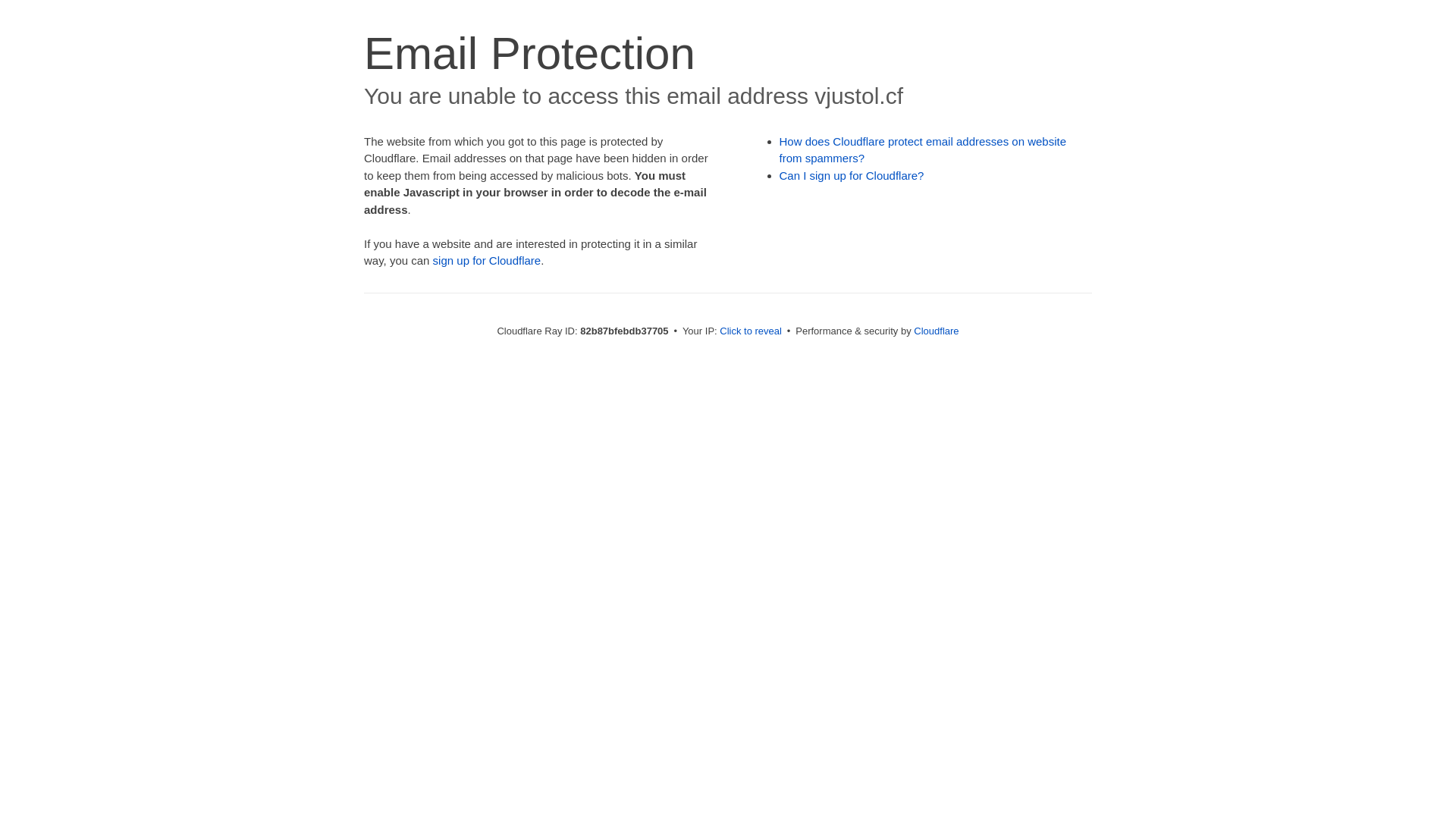  What do you see at coordinates (912, 330) in the screenshot?
I see `'Cloudflare'` at bounding box center [912, 330].